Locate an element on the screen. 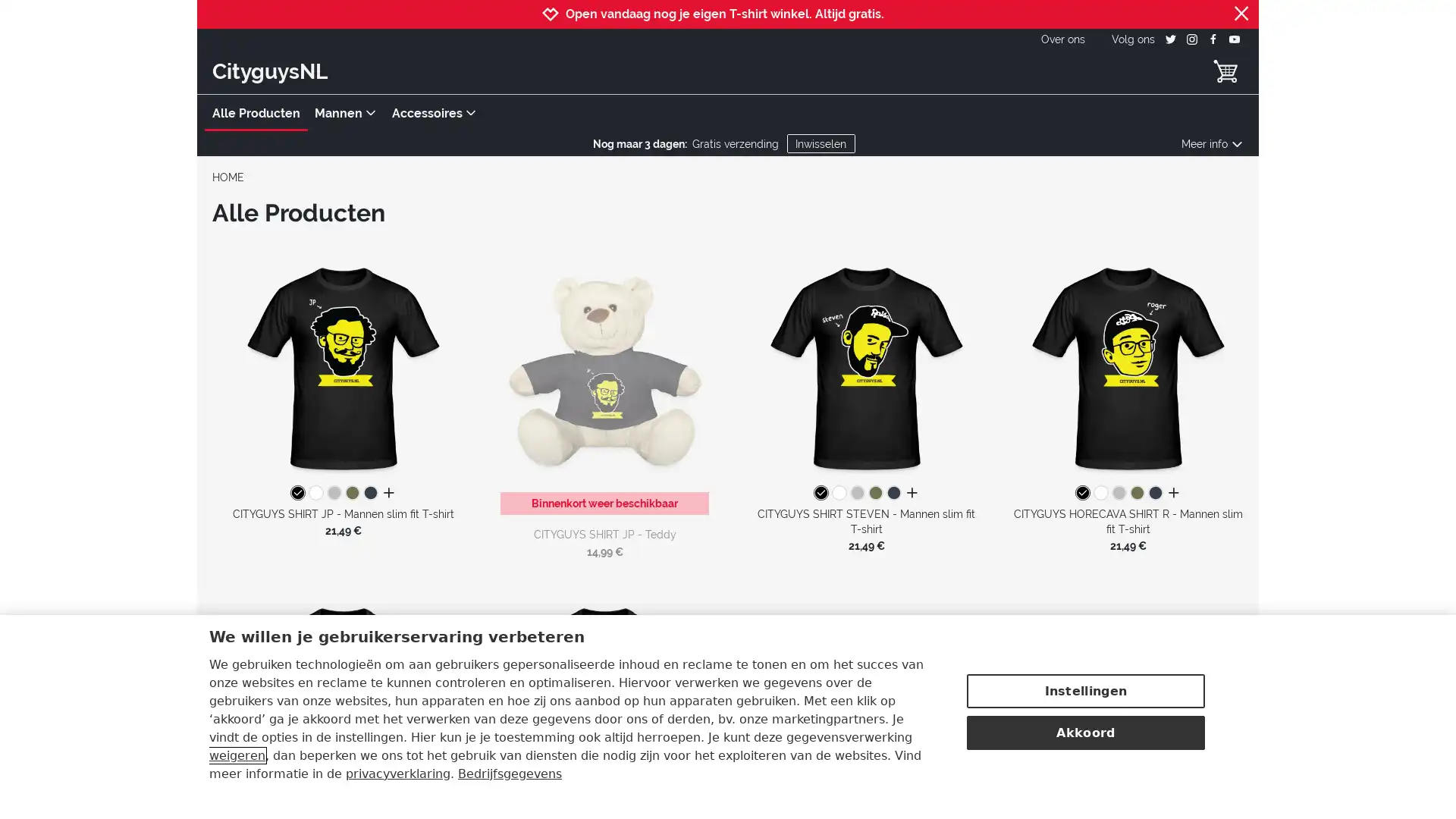  navy is located at coordinates (1153, 494).